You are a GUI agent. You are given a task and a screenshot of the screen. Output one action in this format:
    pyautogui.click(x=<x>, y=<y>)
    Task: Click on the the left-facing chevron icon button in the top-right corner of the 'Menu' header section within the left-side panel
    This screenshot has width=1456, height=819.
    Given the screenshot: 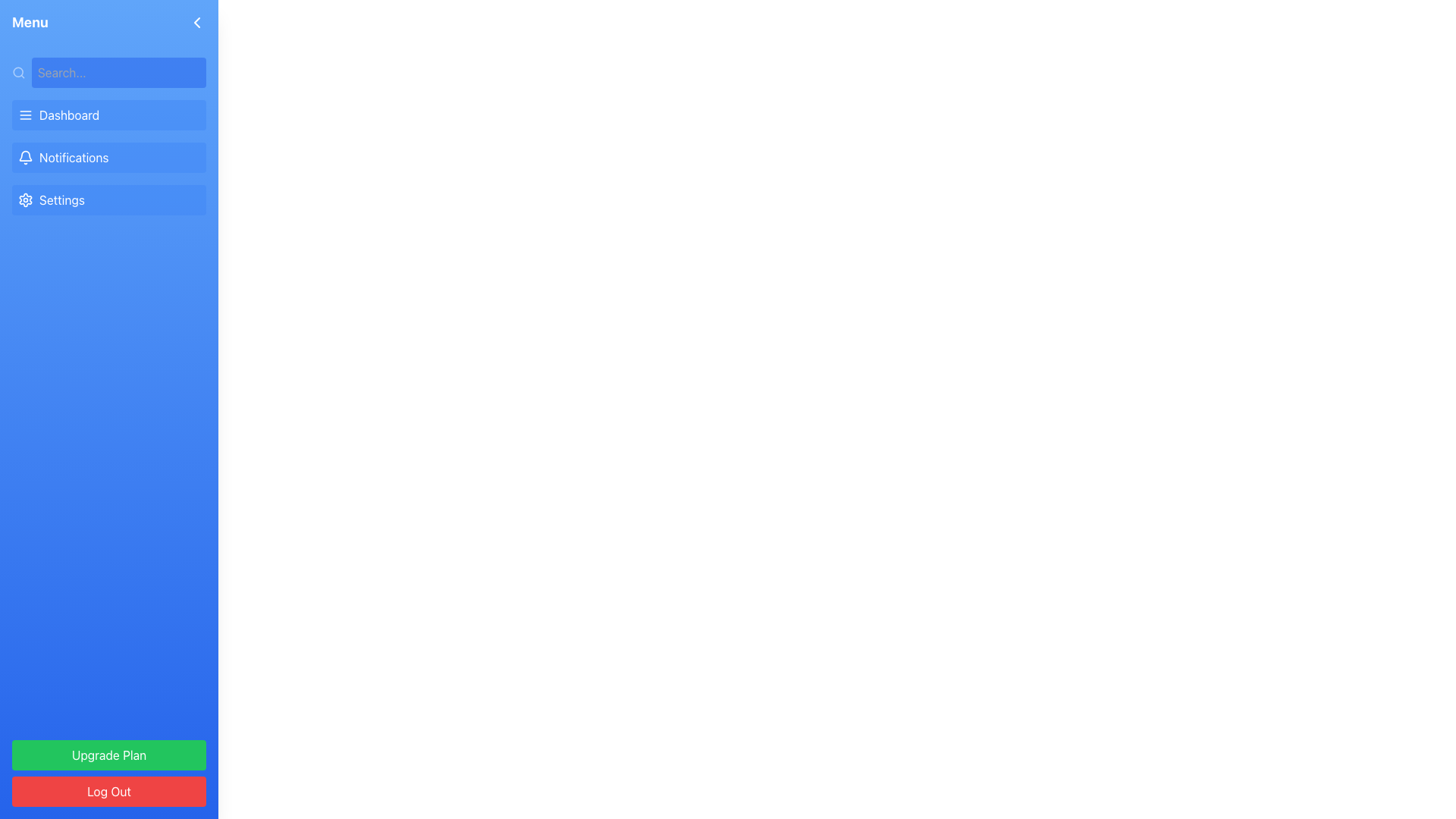 What is the action you would take?
    pyautogui.click(x=196, y=23)
    